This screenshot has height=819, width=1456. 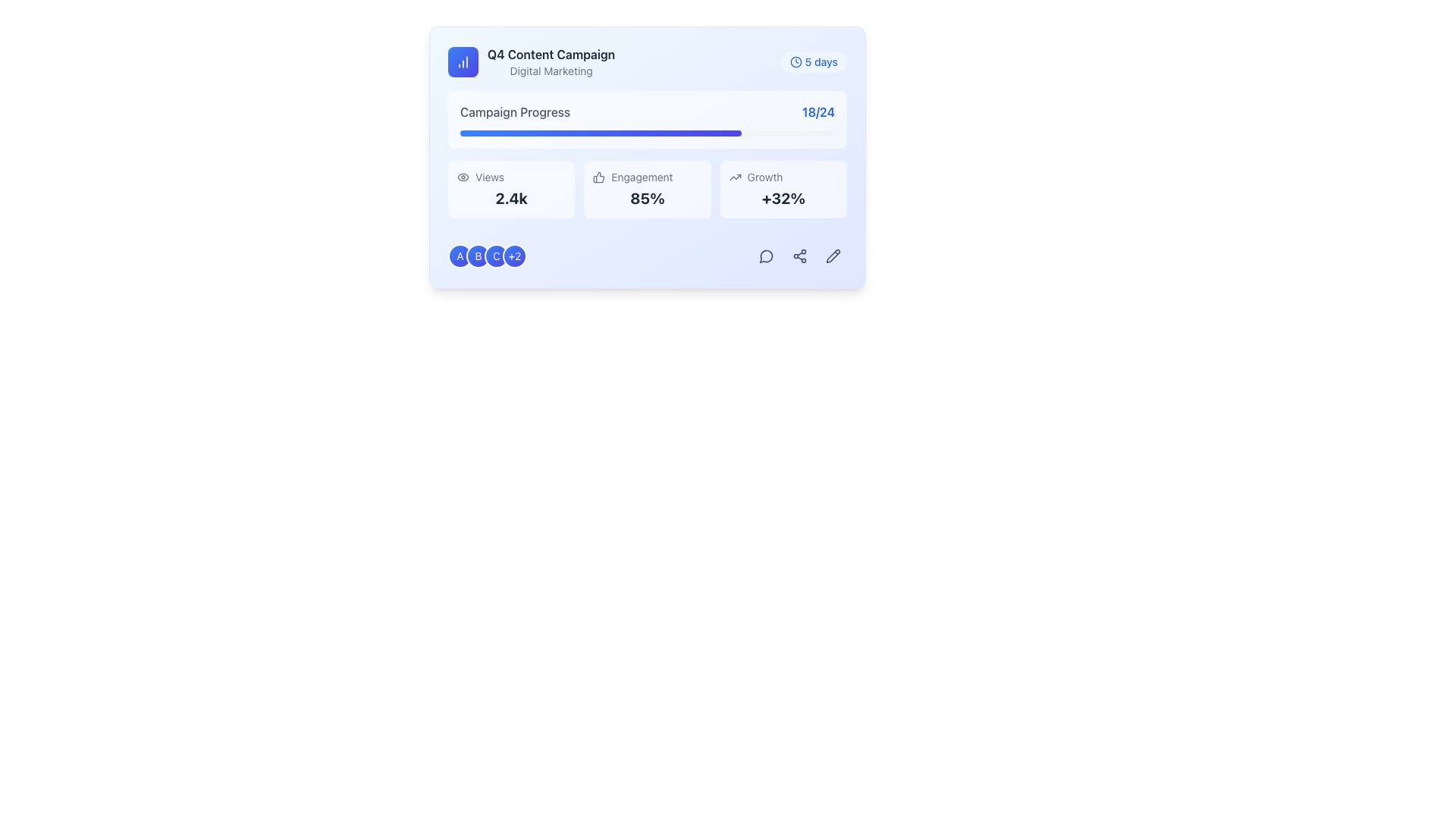 What do you see at coordinates (551, 54) in the screenshot?
I see `Text label that serves as a header indicating the main subject of the content below, positioned above the 'Digital Marketing' text element` at bounding box center [551, 54].